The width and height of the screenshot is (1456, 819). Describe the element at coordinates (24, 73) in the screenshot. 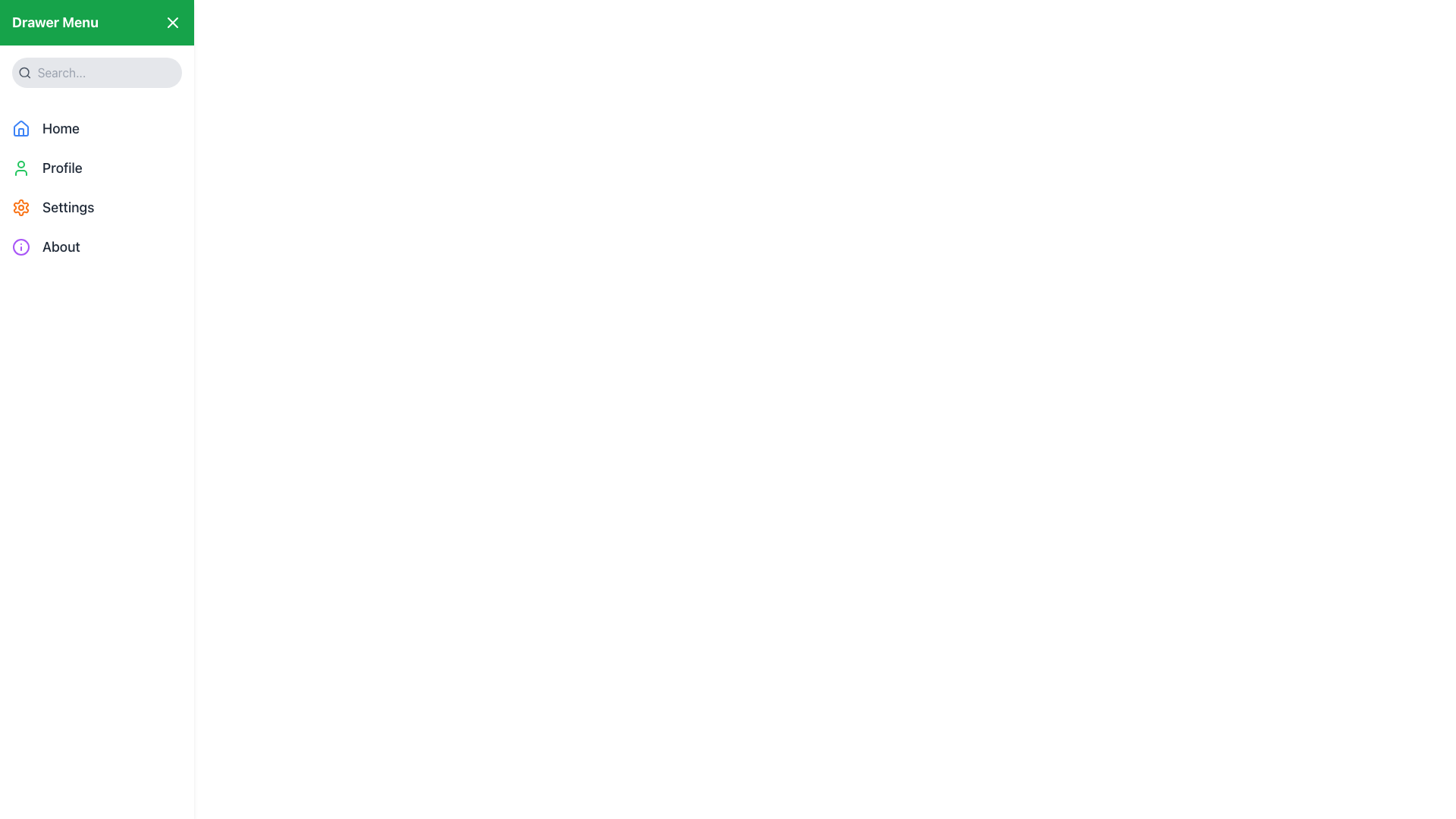

I see `the search magnifying glass icon located at the top-left corner of the sidebar, inside a horizontal bar containing a search input field` at that location.